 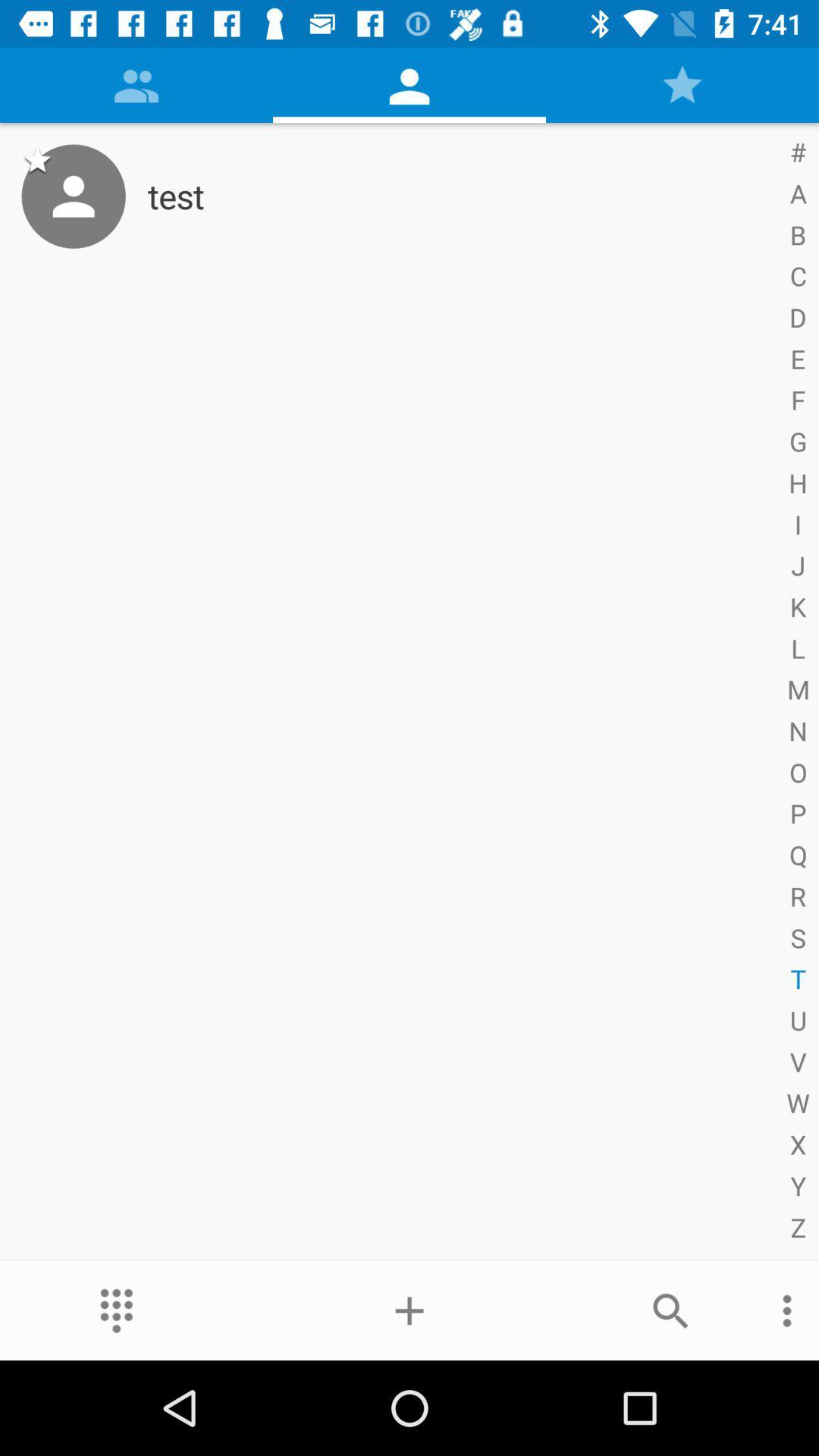 I want to click on icon to the left of test item, so click(x=74, y=196).